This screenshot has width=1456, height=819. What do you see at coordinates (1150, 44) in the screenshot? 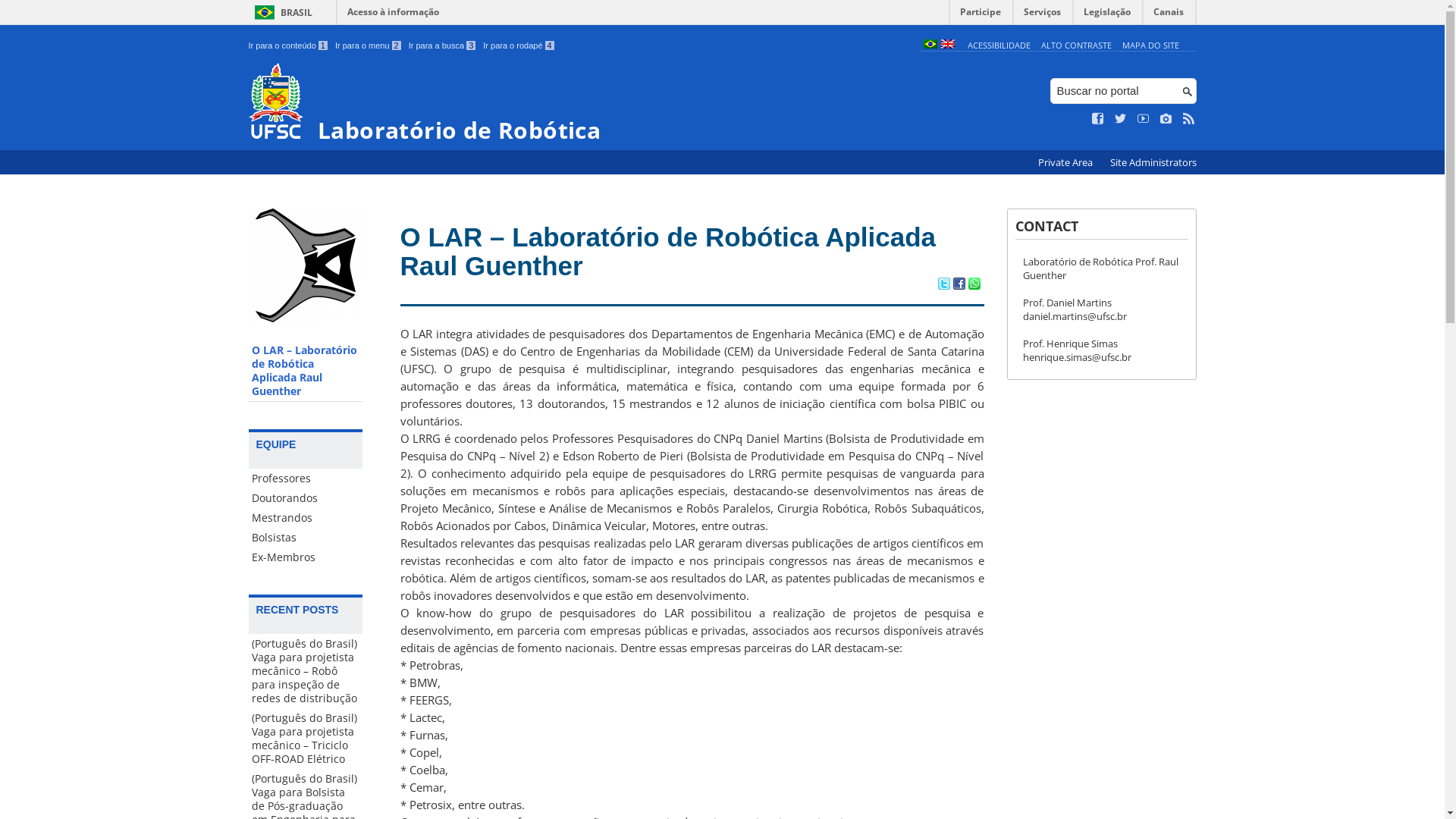
I see `'MAPA DO SITE'` at bounding box center [1150, 44].